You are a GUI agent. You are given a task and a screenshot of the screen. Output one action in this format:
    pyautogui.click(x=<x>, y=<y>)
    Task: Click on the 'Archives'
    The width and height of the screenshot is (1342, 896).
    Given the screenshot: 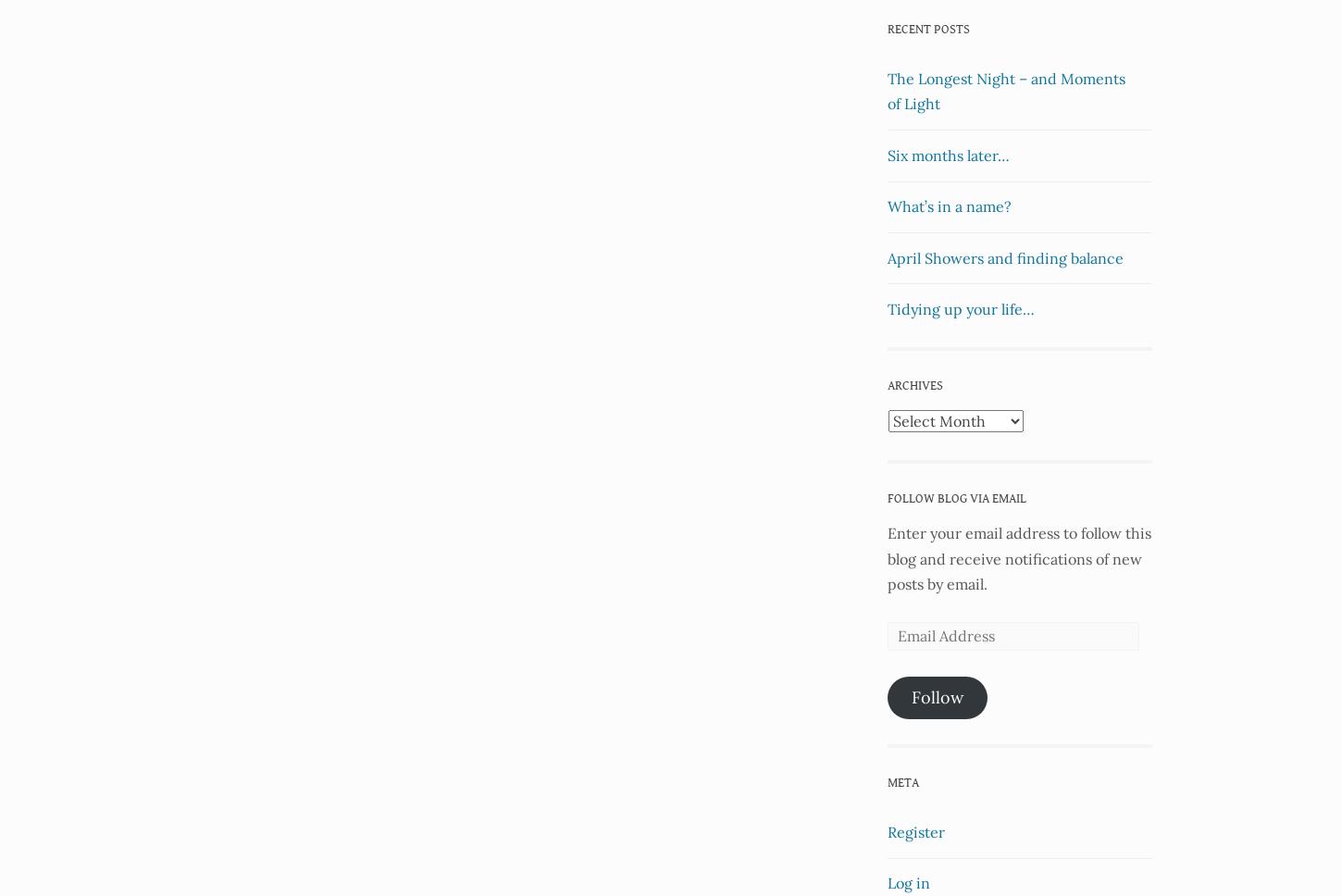 What is the action you would take?
    pyautogui.click(x=915, y=386)
    